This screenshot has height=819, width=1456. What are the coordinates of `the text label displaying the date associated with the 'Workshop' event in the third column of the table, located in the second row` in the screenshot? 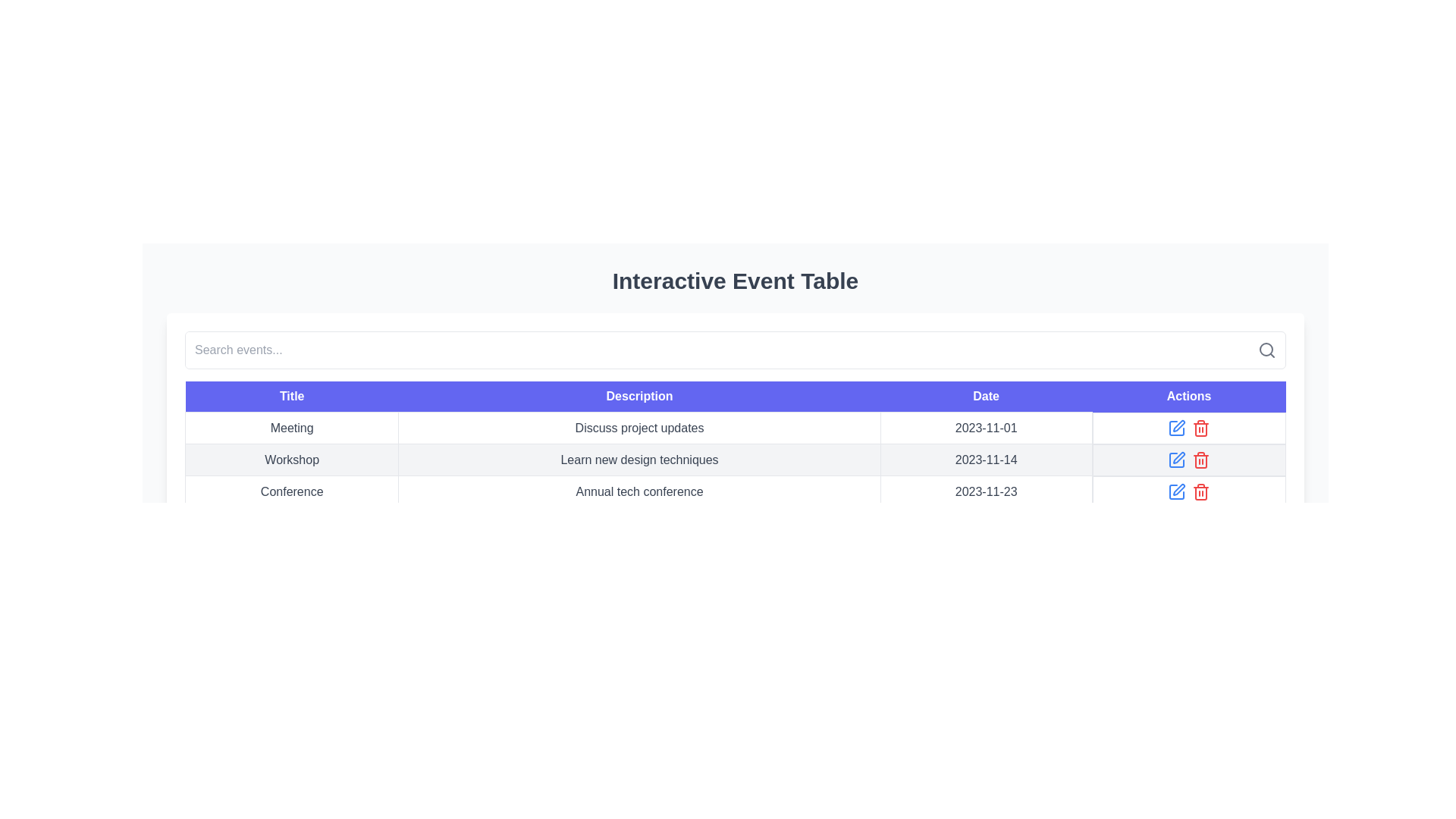 It's located at (986, 459).